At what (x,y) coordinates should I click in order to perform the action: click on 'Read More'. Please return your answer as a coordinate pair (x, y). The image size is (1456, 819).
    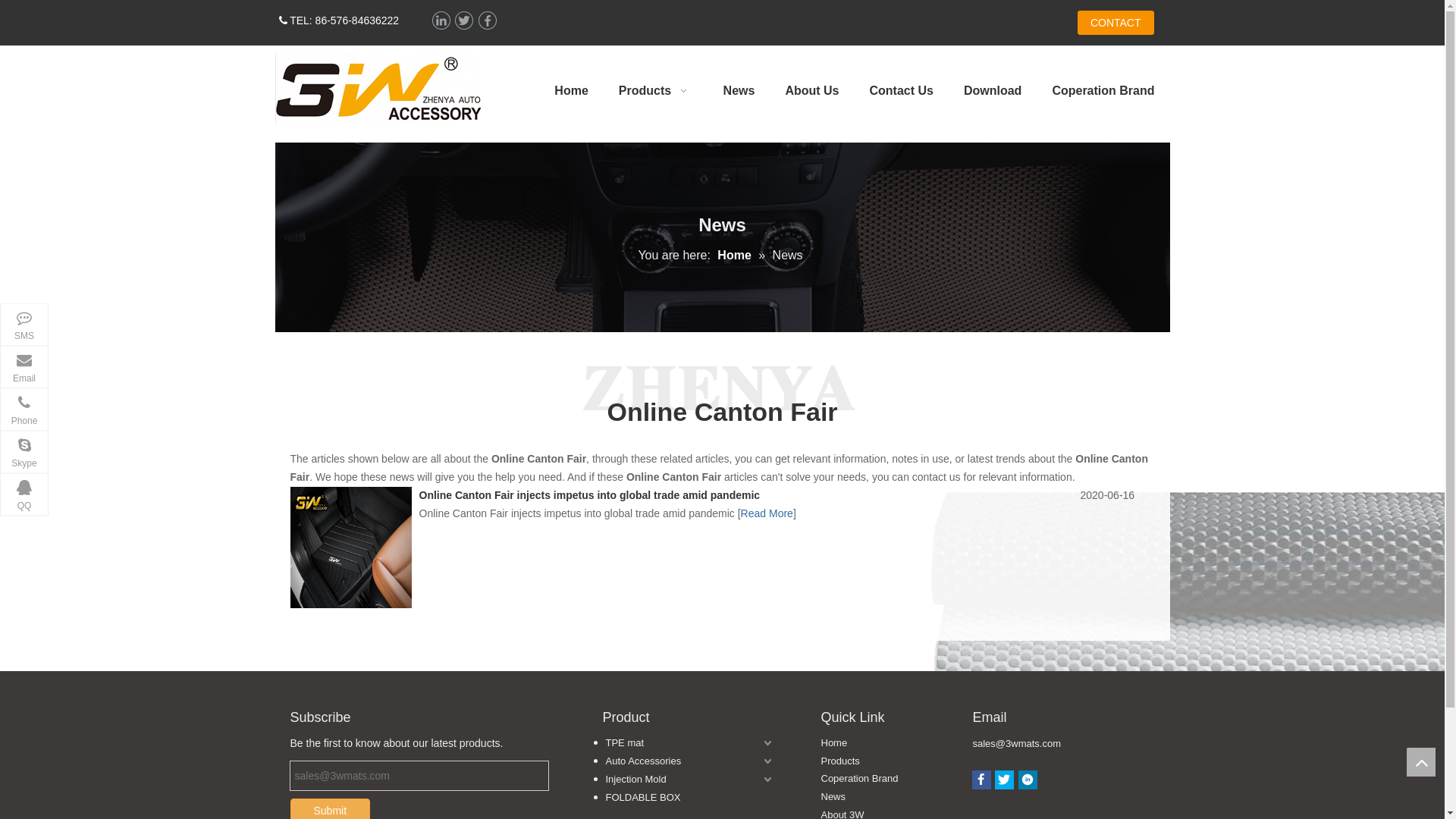
    Looking at the image, I should click on (767, 513).